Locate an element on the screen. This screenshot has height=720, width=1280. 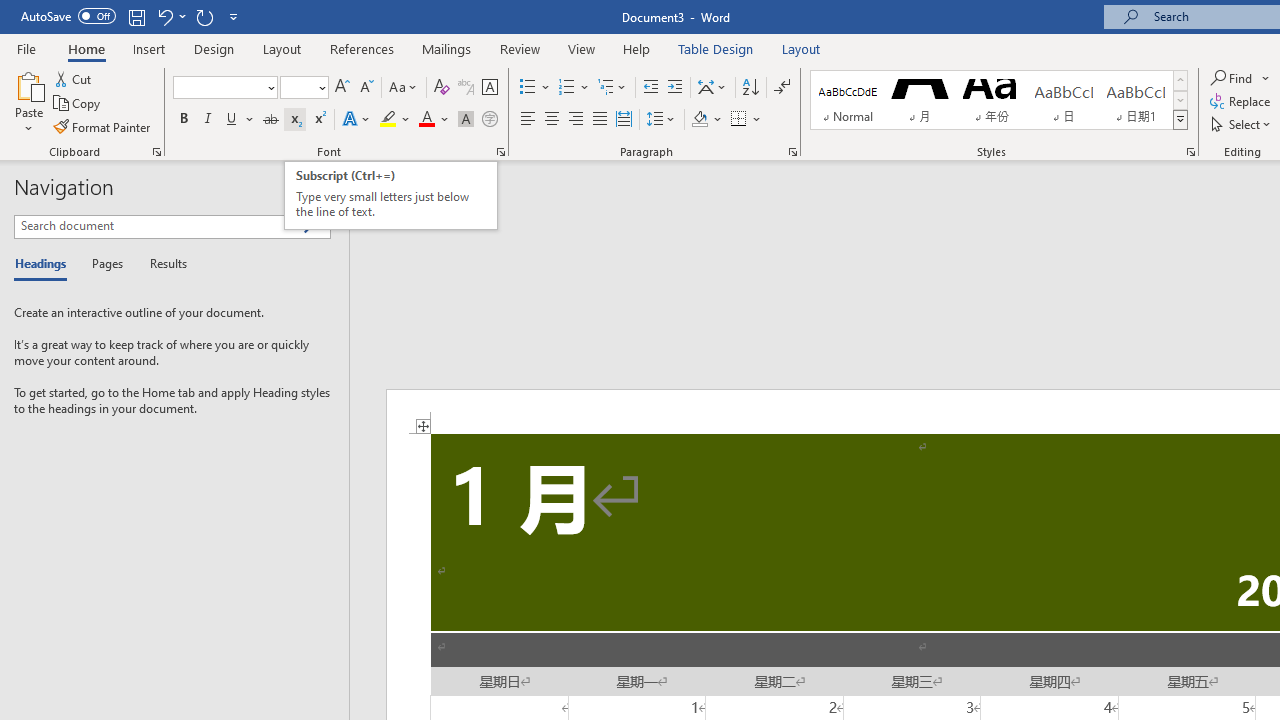
'Replace...' is located at coordinates (1241, 101).